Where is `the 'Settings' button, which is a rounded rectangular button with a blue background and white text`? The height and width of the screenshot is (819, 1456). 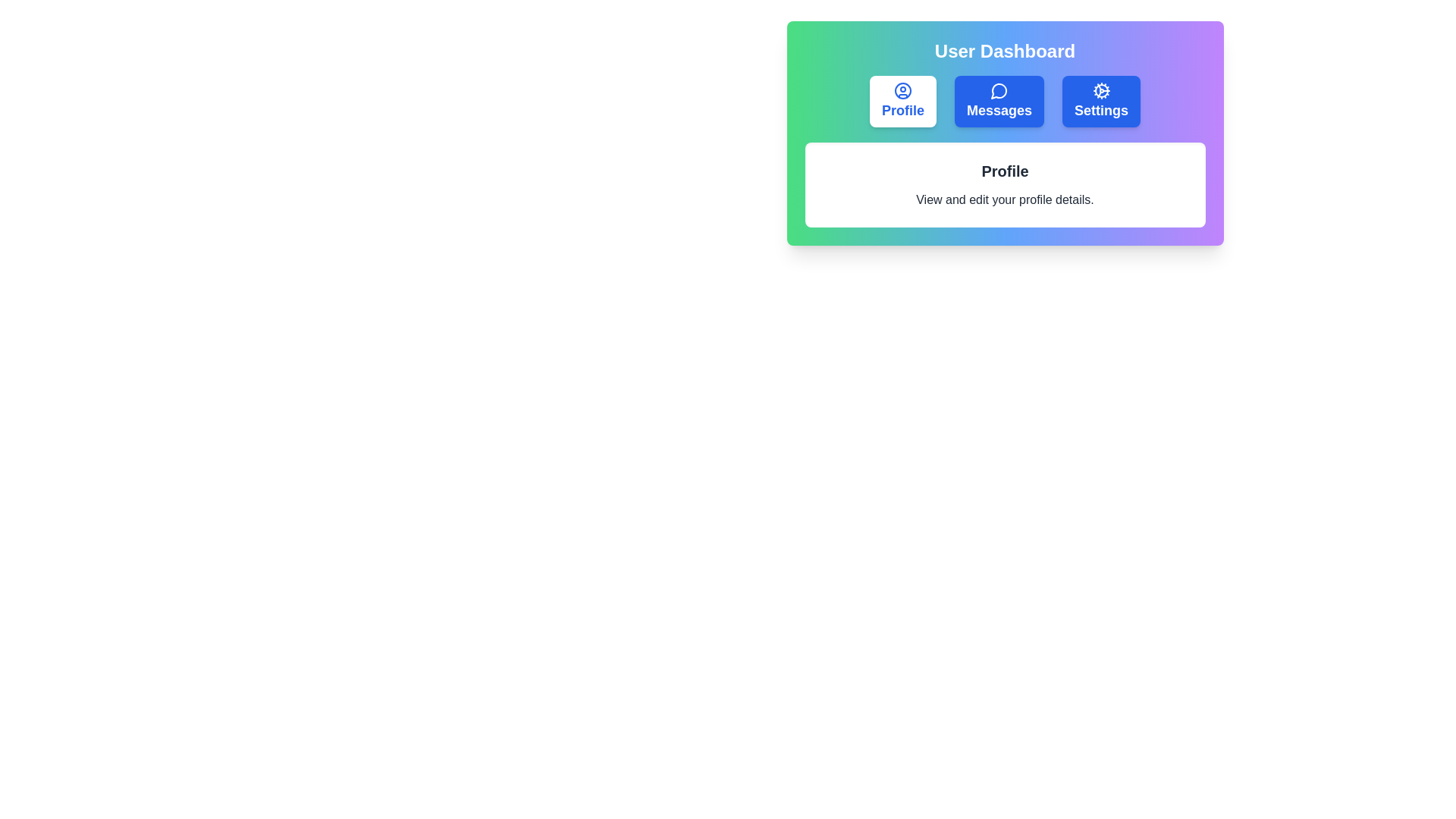 the 'Settings' button, which is a rounded rectangular button with a blue background and white text is located at coordinates (1101, 102).